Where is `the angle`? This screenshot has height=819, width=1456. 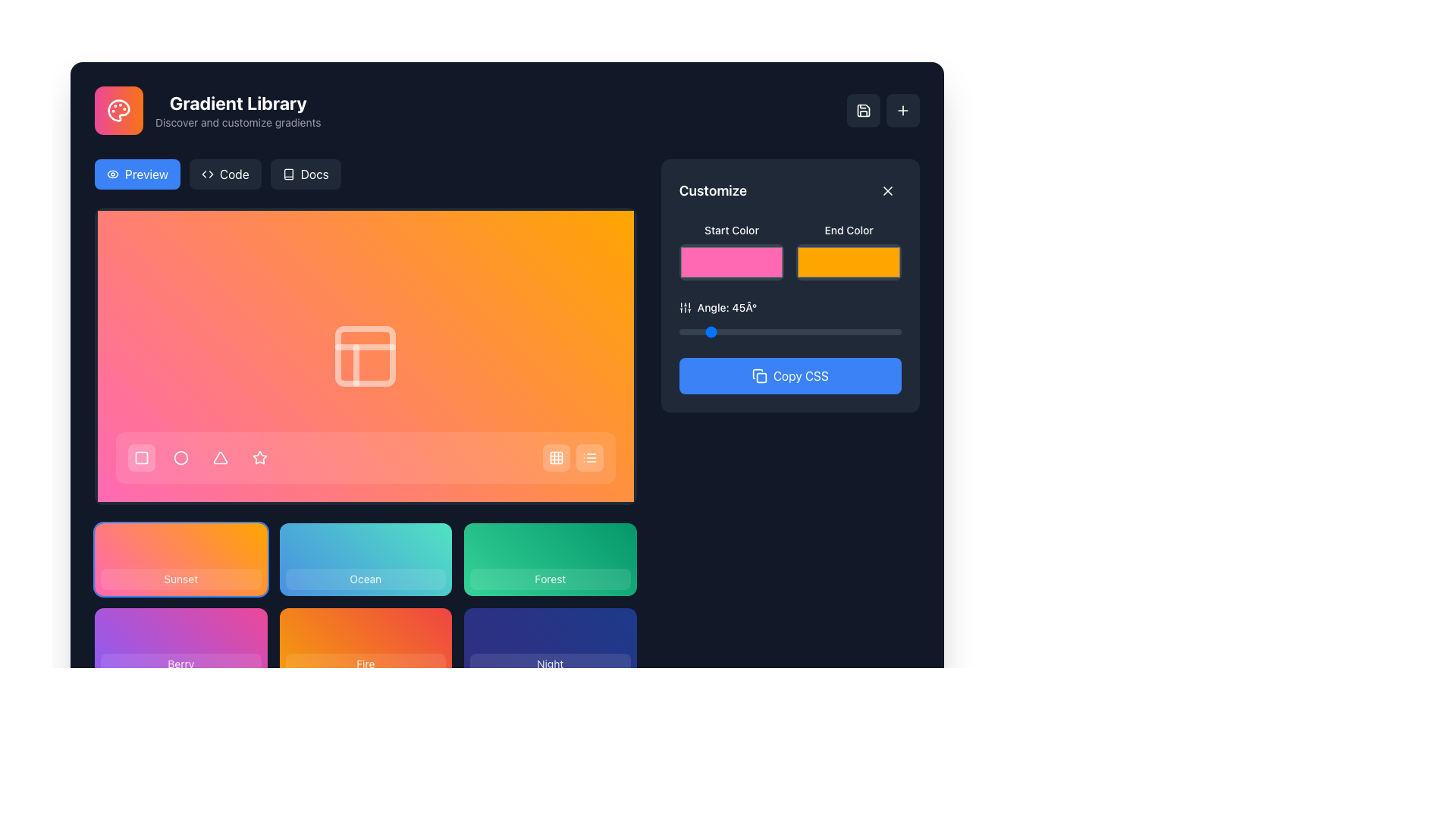
the angle is located at coordinates (852, 331).